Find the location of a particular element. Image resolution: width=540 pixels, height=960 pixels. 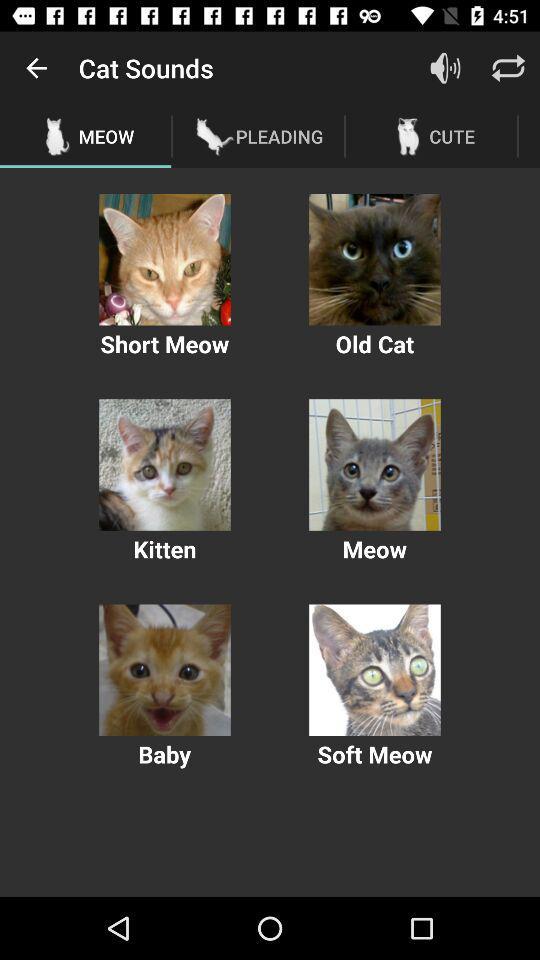

expand image is located at coordinates (164, 670).